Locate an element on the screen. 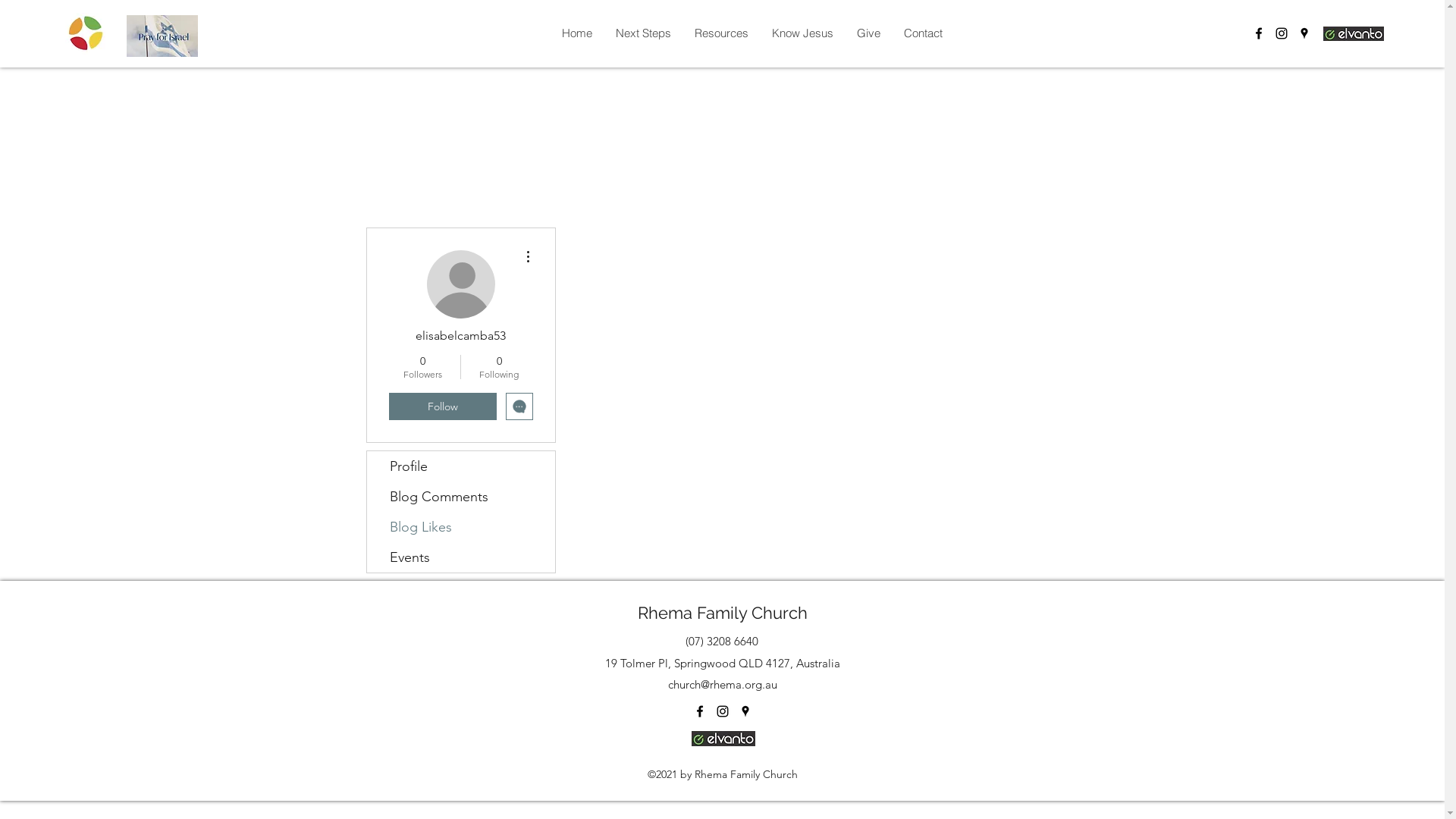  'Profile' is located at coordinates (460, 465).